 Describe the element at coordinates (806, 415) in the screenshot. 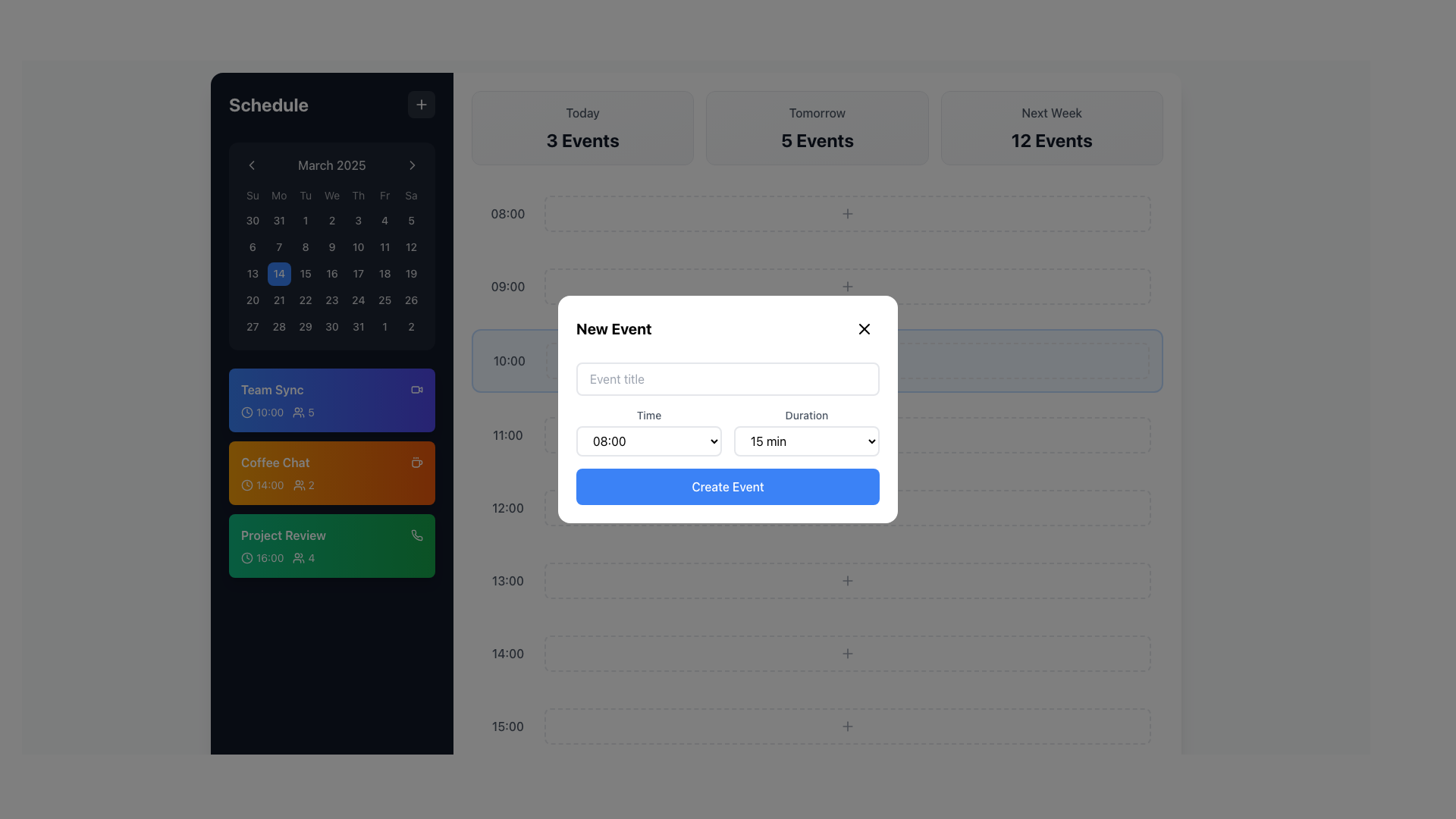

I see `the text label indicating the duration selection for the dropdown menu in the 'New Event' dialog box` at that location.